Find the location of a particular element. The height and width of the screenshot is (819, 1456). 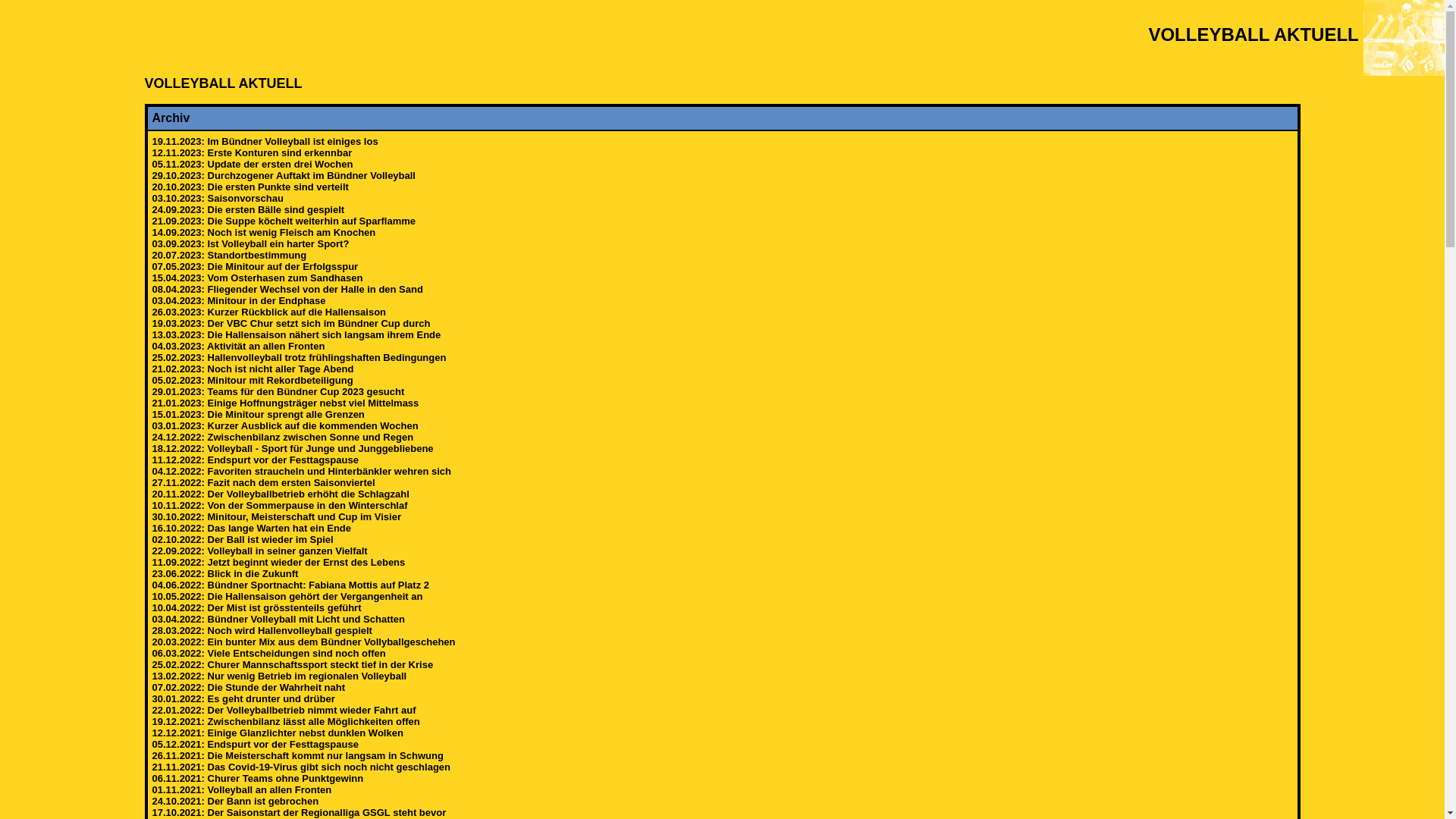

'16.10.2022: Das lange Warten hat ein Ende' is located at coordinates (152, 527).